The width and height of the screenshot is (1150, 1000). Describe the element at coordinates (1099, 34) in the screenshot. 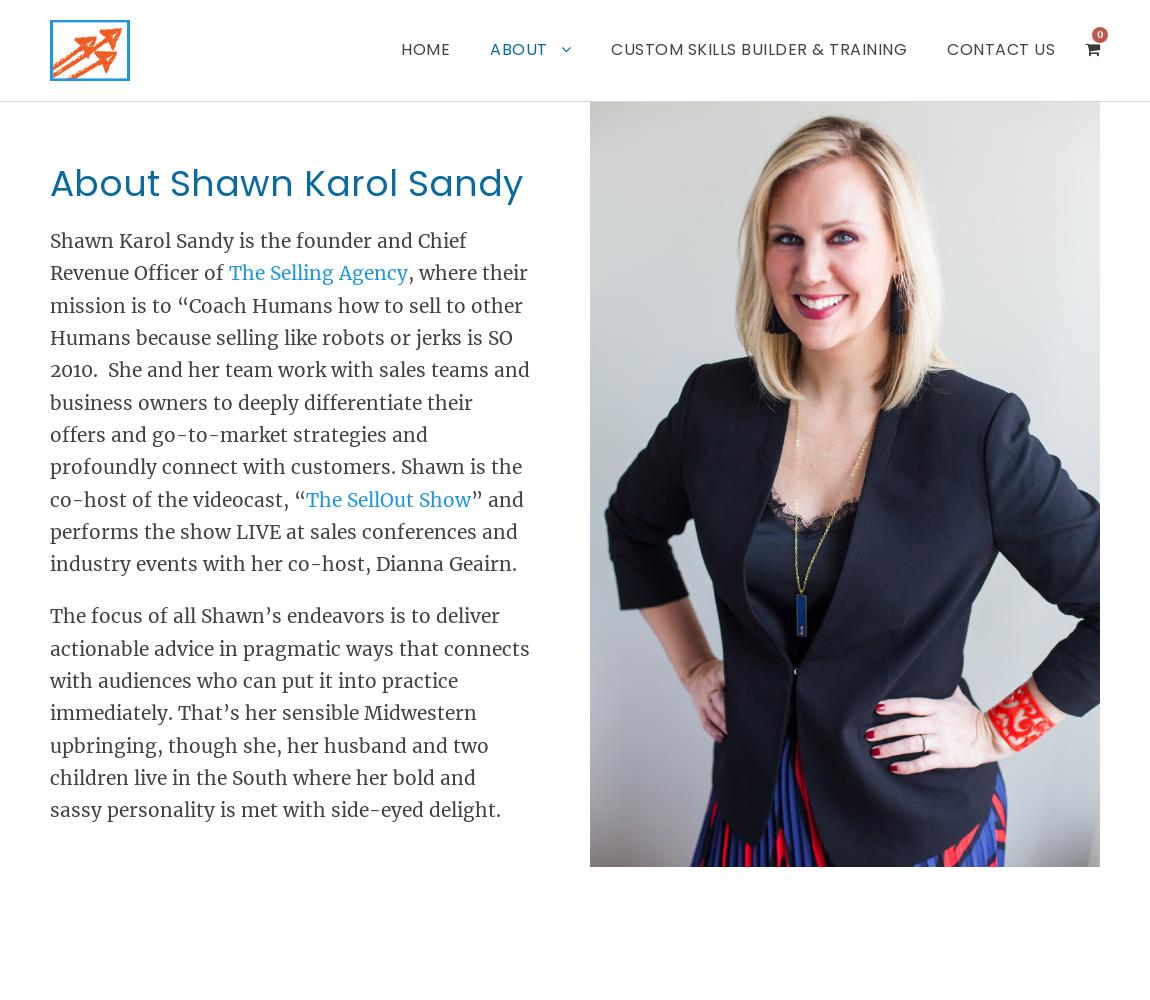

I see `'0'` at that location.